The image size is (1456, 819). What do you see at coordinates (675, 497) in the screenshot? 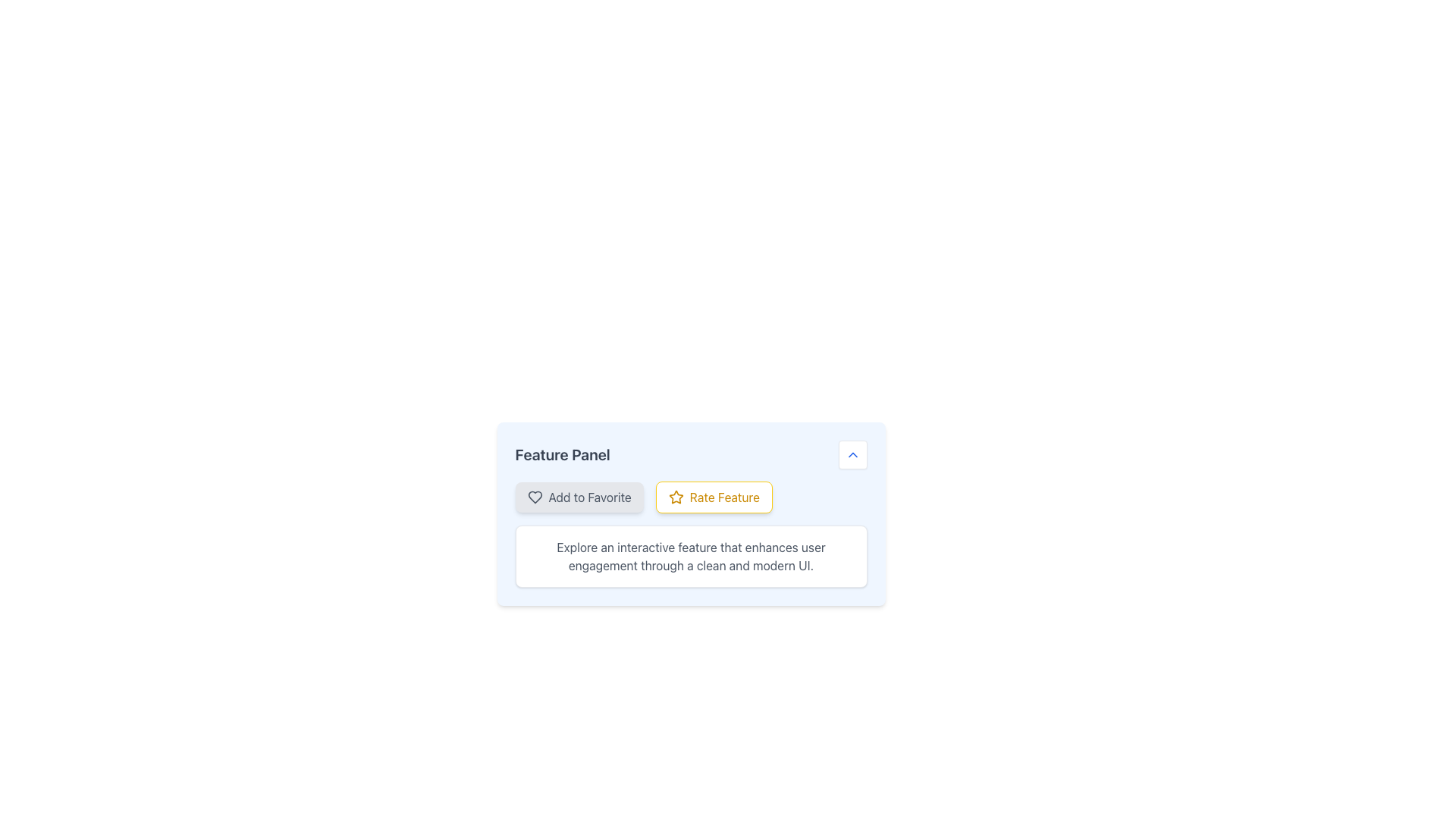
I see `the star icon within the 'Rate Feature' button to rate the feature` at bounding box center [675, 497].